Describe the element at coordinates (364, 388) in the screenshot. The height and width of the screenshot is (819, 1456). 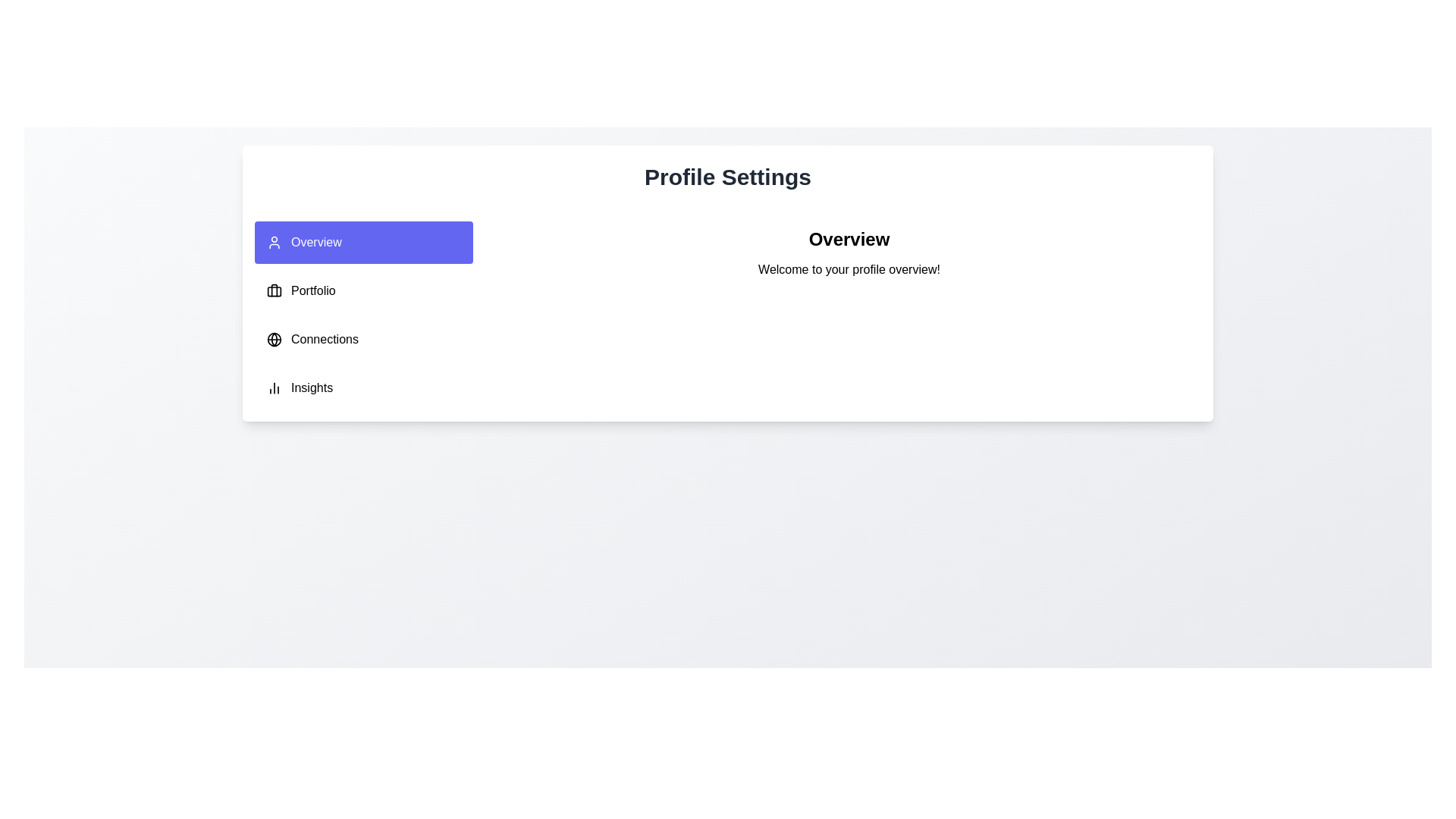
I see `the tab labeled Insights in the navigation menu` at that location.